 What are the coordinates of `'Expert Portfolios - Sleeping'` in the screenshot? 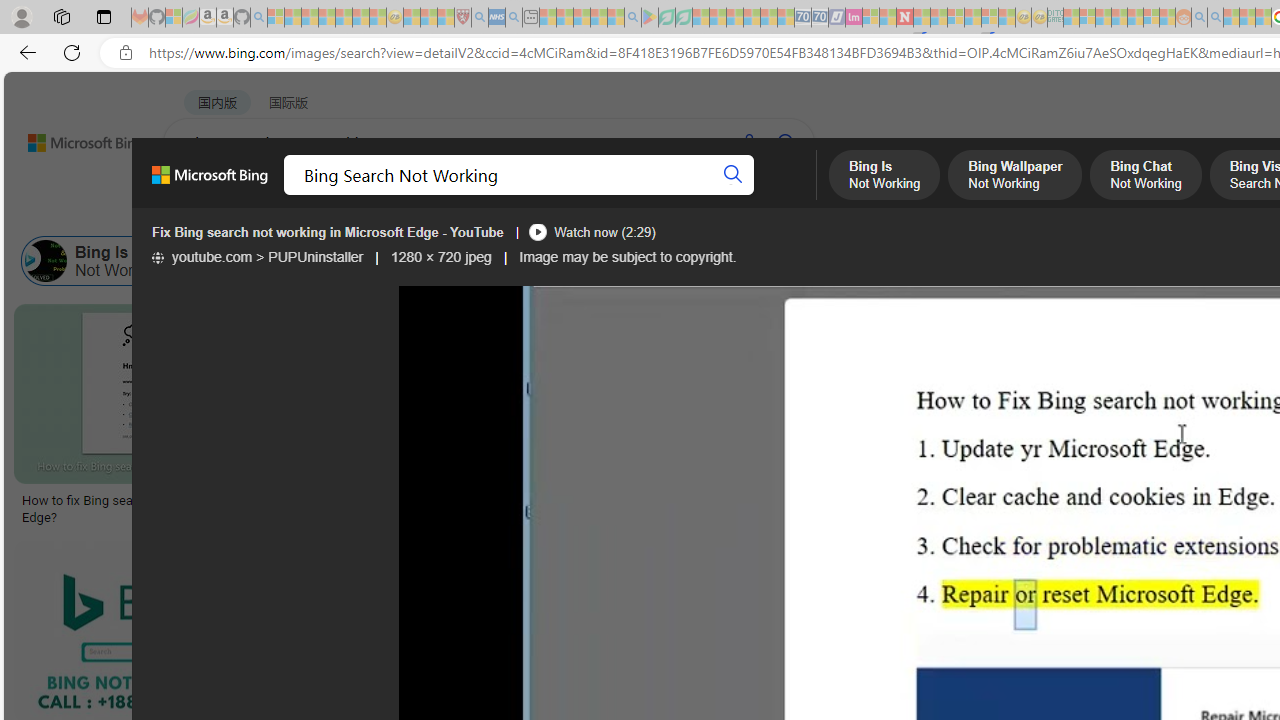 It's located at (1120, 17).